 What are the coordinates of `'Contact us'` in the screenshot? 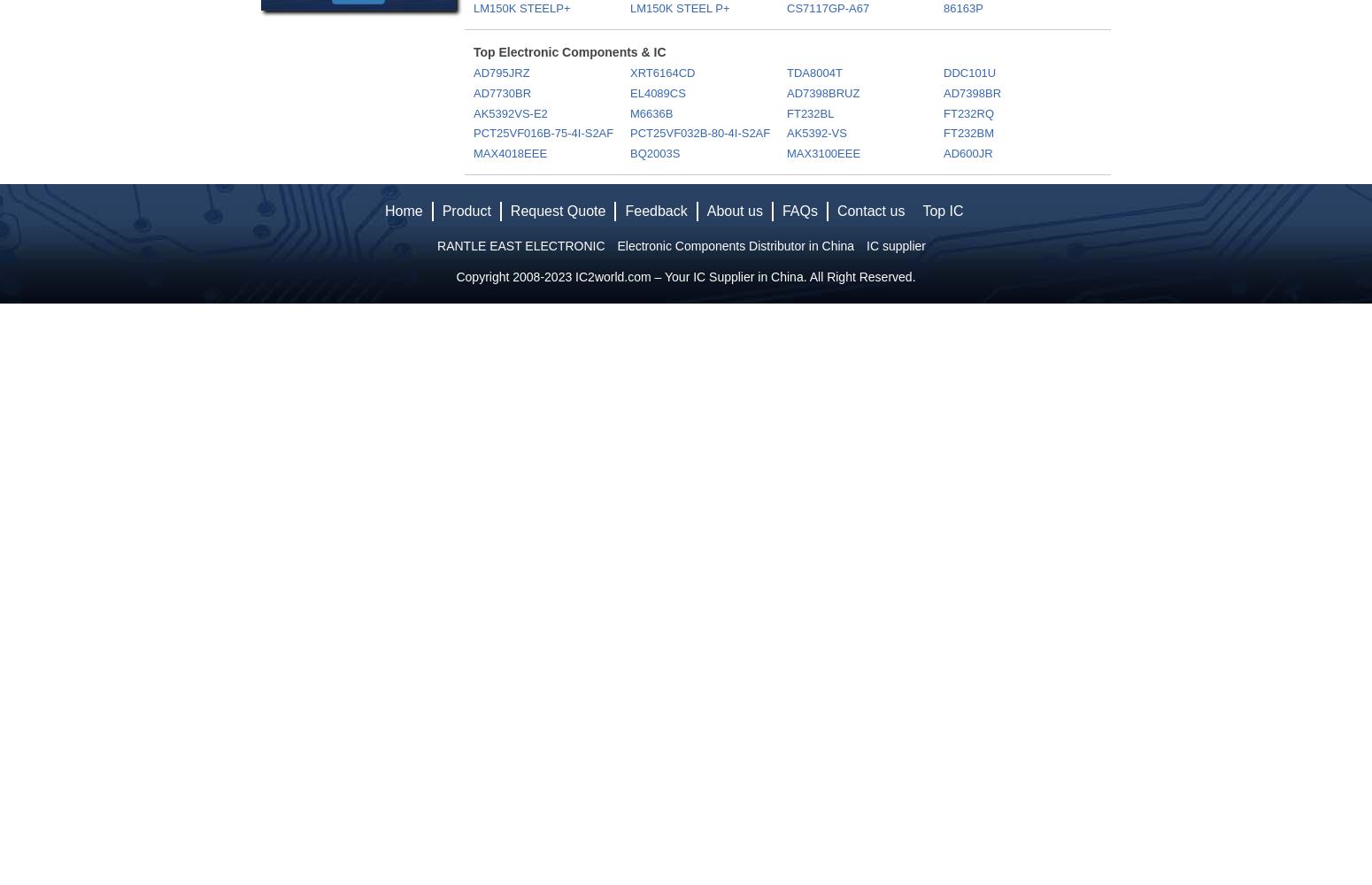 It's located at (836, 210).